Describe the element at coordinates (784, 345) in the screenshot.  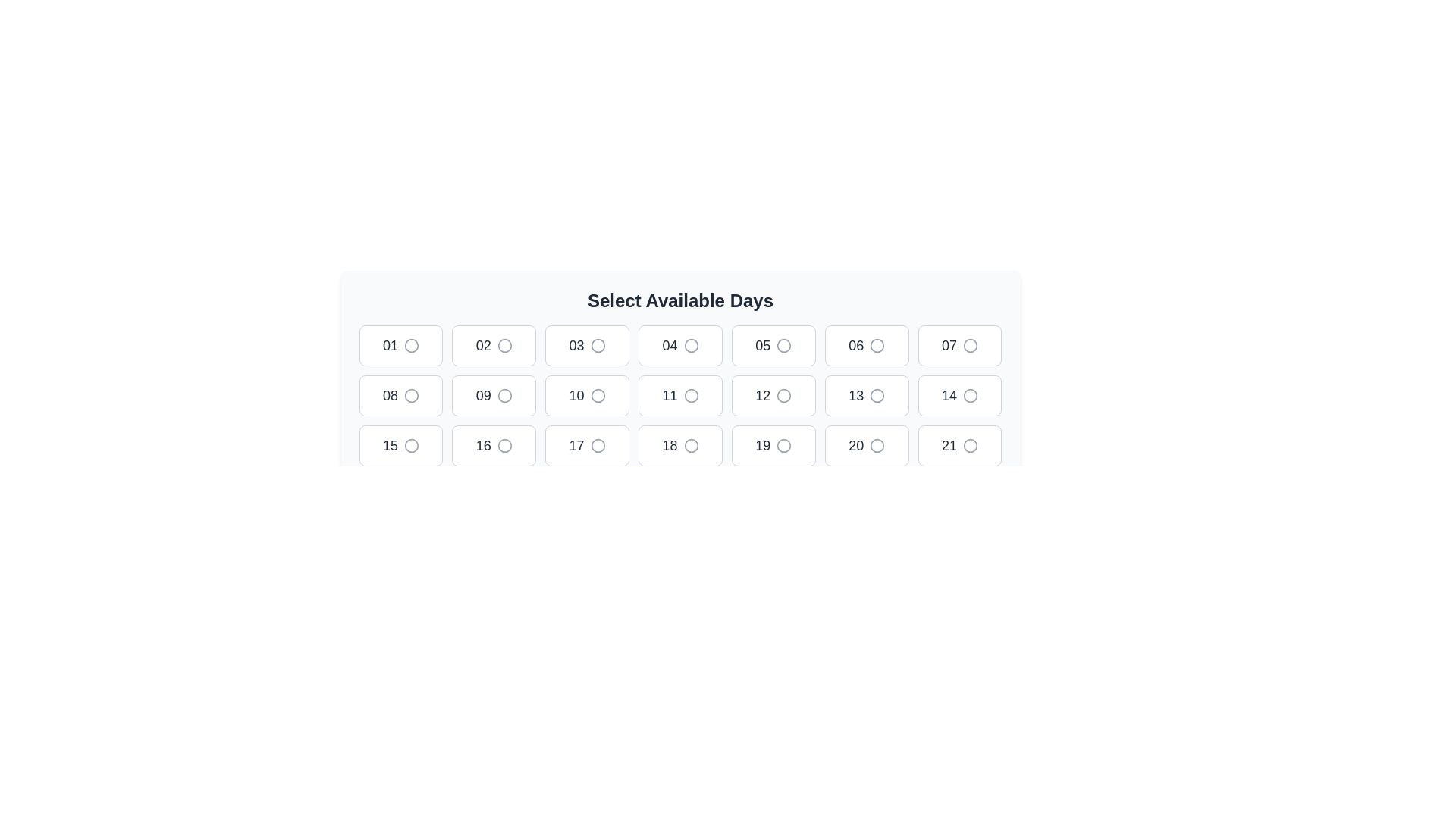
I see `the circular visual indicator located to the right of the text '05' in the fifth selectable day box of the calendar-style grid interface` at that location.